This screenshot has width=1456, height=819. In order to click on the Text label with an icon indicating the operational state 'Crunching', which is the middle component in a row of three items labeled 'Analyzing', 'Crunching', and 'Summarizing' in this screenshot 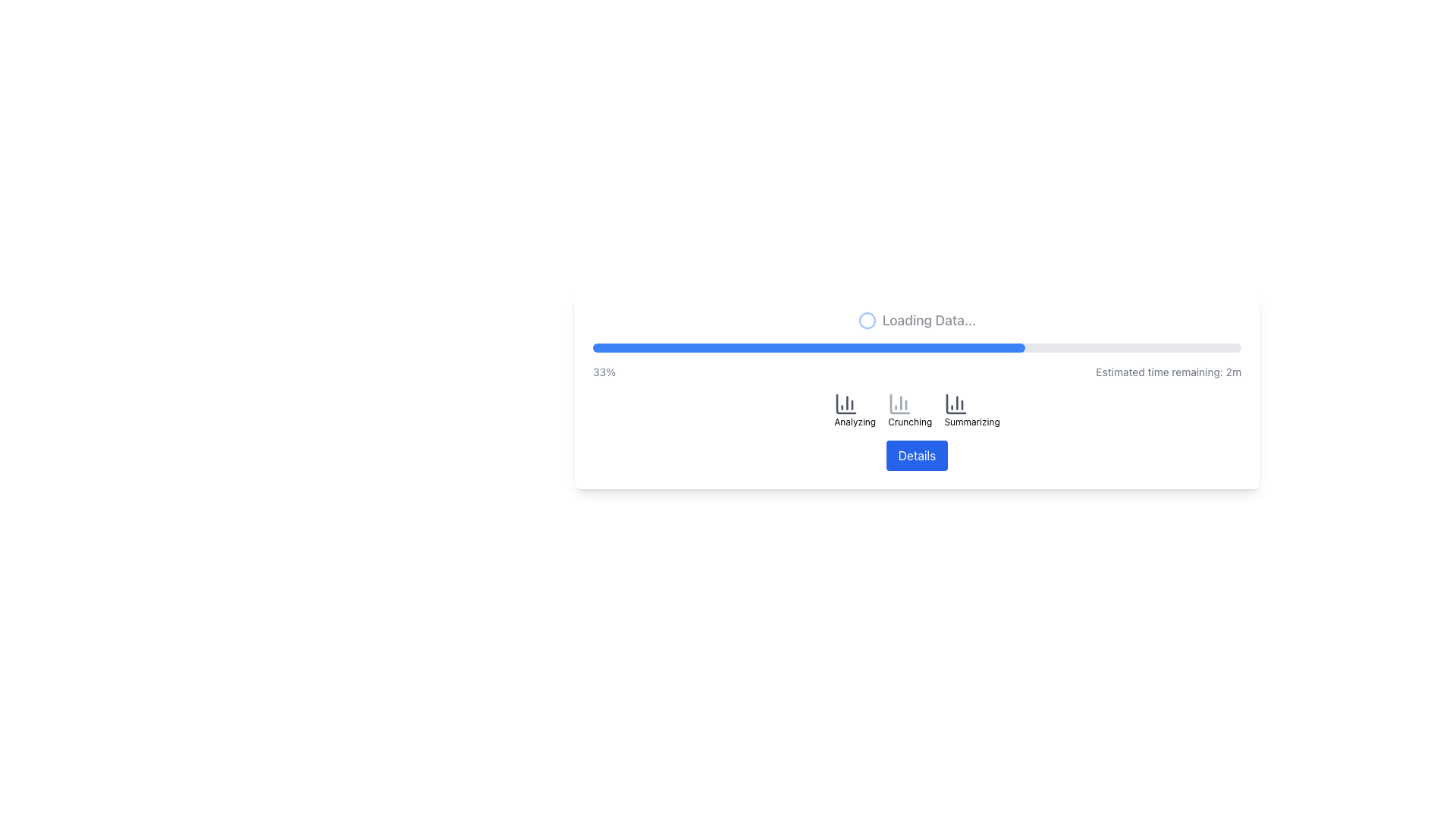, I will do `click(910, 409)`.